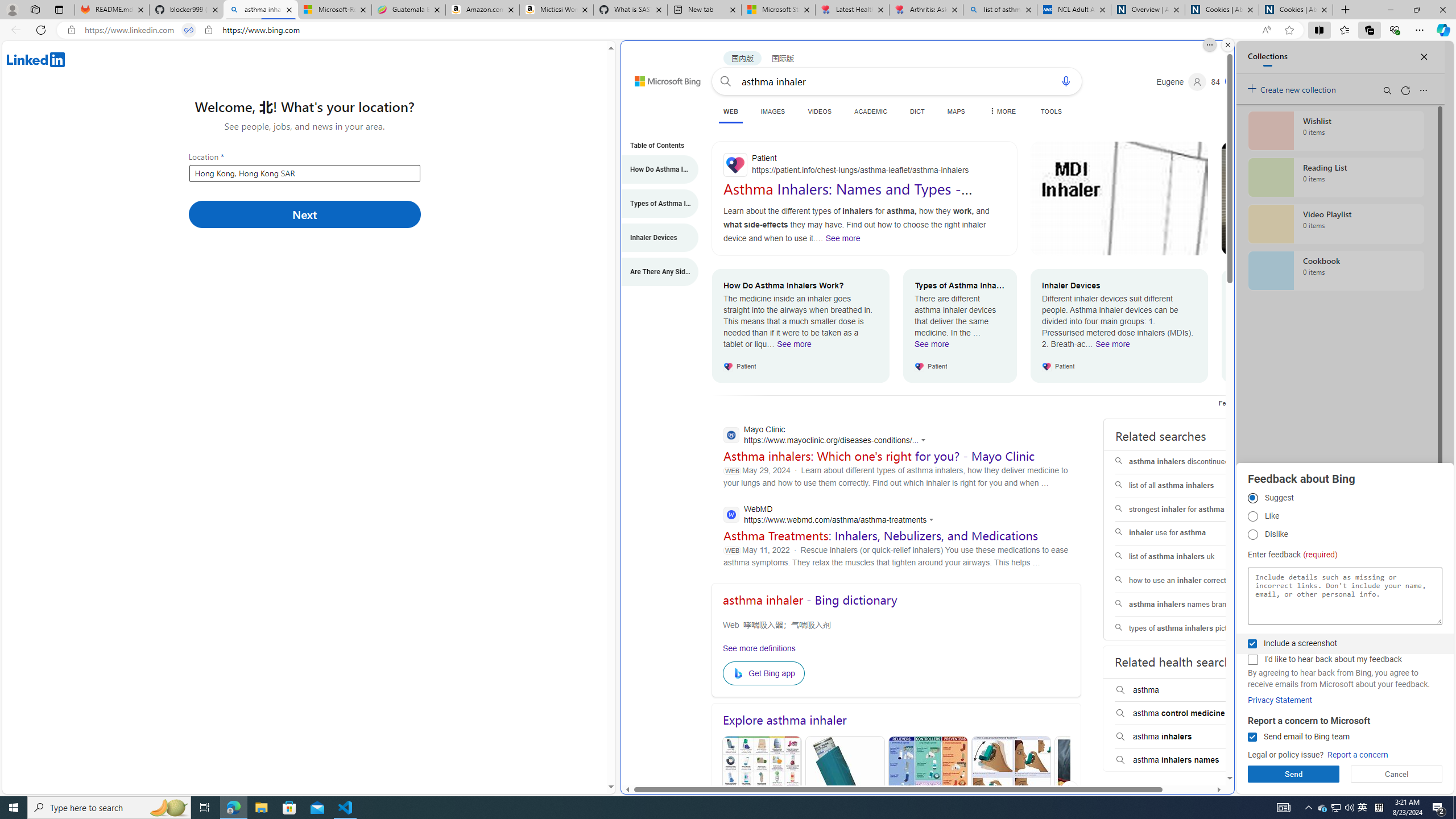  I want to click on 'MORE', so click(1002, 111).